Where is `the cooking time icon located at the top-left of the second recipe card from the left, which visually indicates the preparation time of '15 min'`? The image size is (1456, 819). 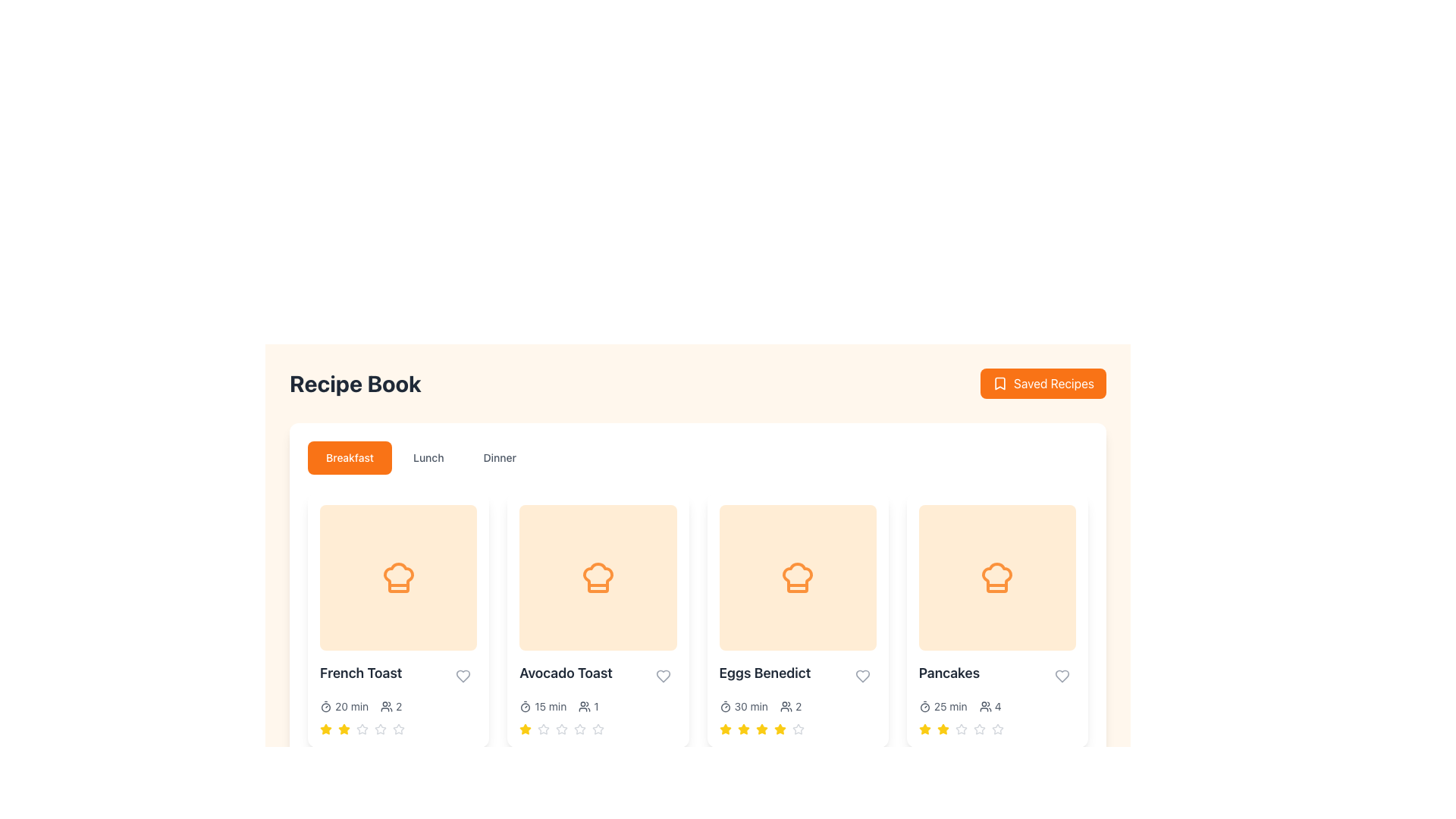 the cooking time icon located at the top-left of the second recipe card from the left, which visually indicates the preparation time of '15 min' is located at coordinates (526, 707).